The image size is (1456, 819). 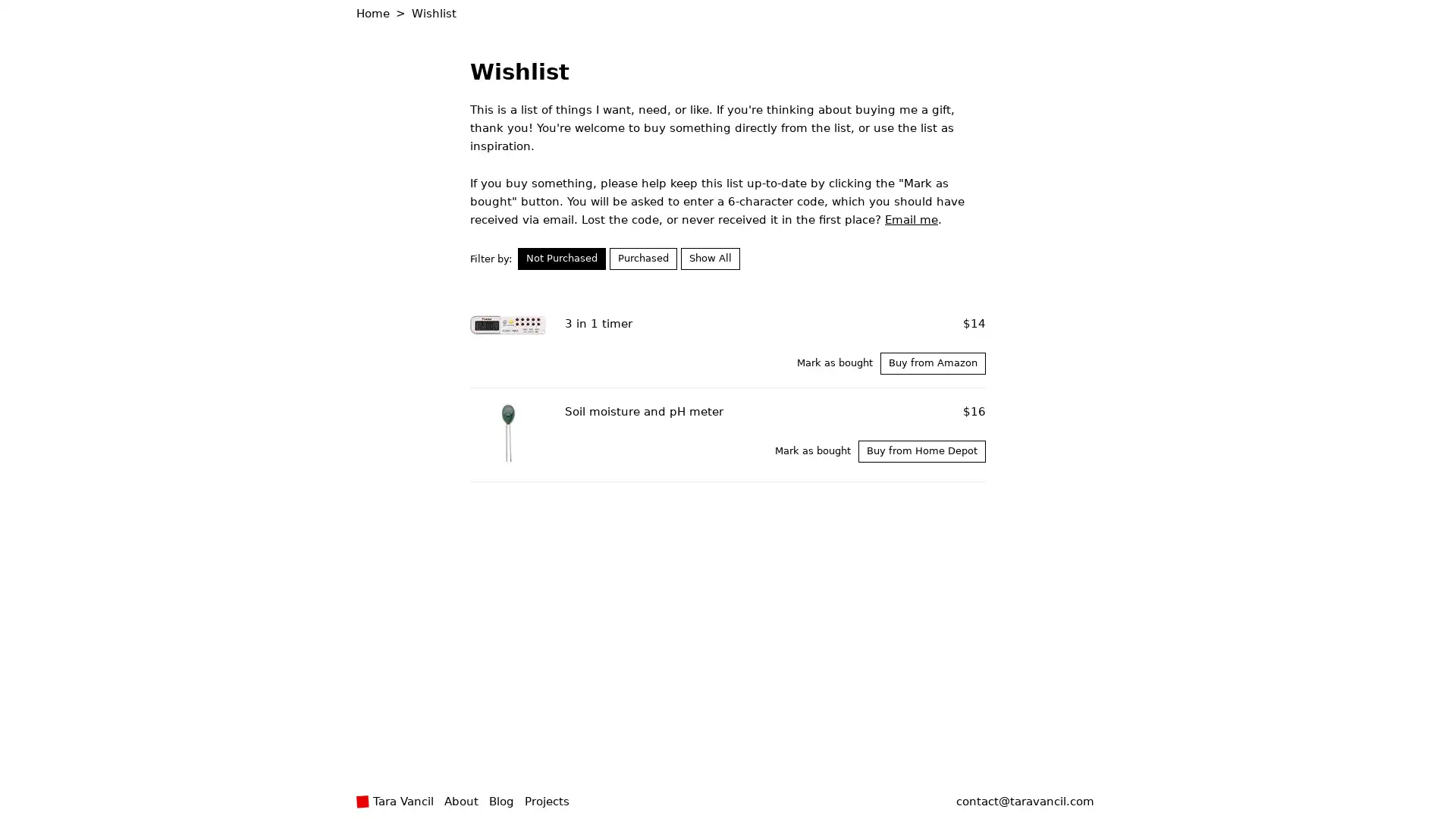 What do you see at coordinates (560, 257) in the screenshot?
I see `Not Purchased` at bounding box center [560, 257].